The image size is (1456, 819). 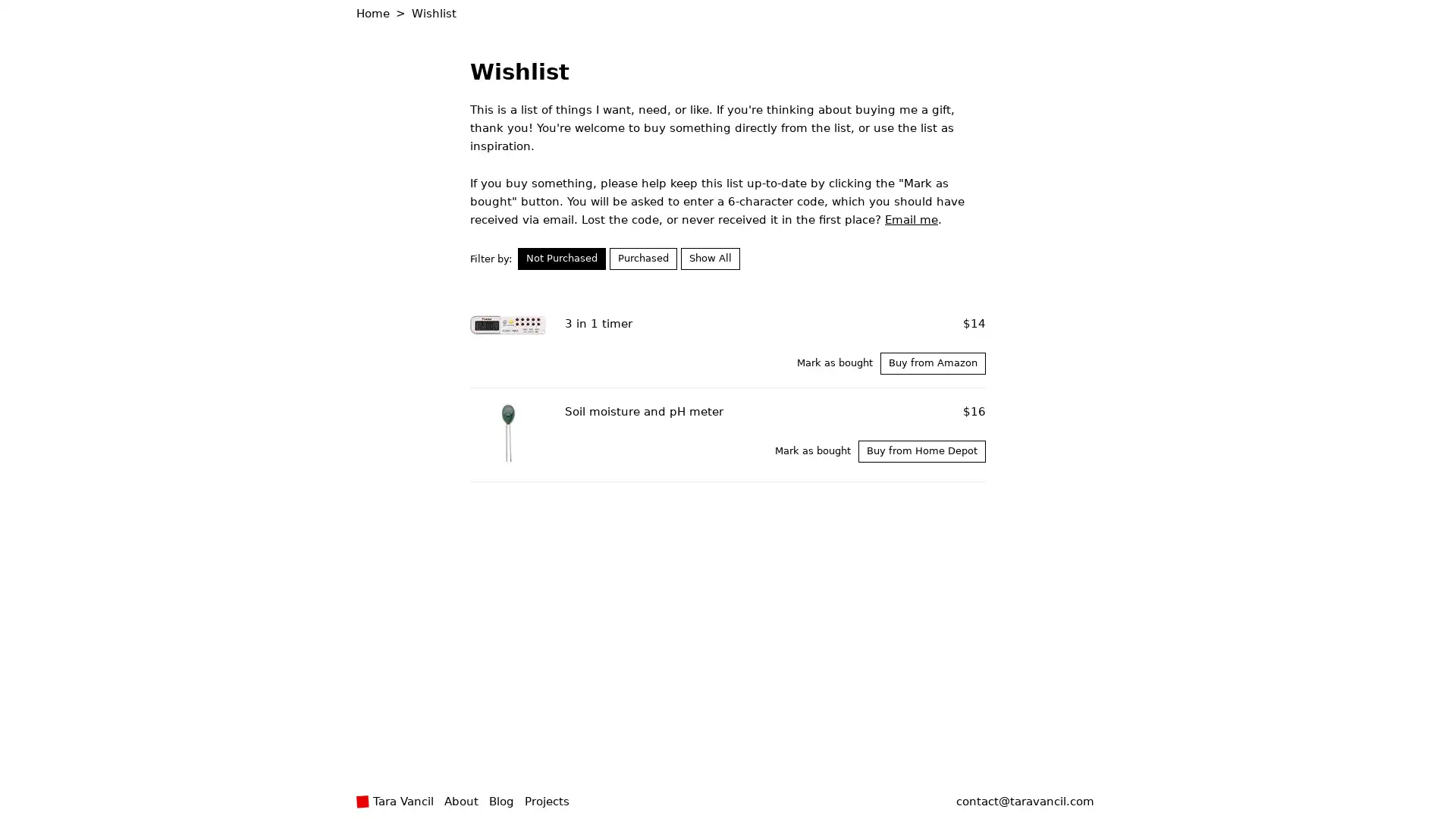 What do you see at coordinates (560, 257) in the screenshot?
I see `Not Purchased` at bounding box center [560, 257].